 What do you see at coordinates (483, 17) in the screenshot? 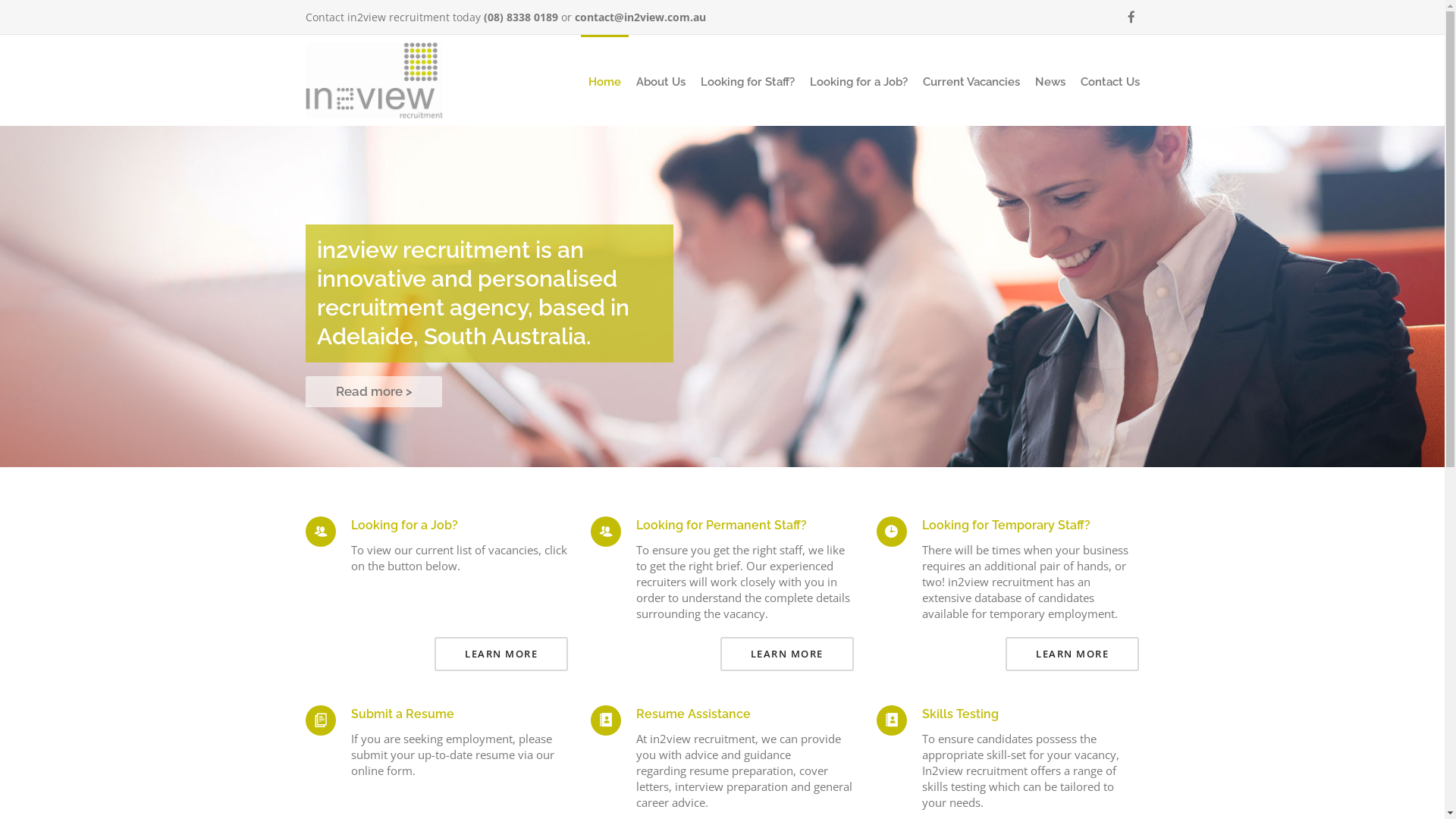
I see `'(08) 8338 0189'` at bounding box center [483, 17].